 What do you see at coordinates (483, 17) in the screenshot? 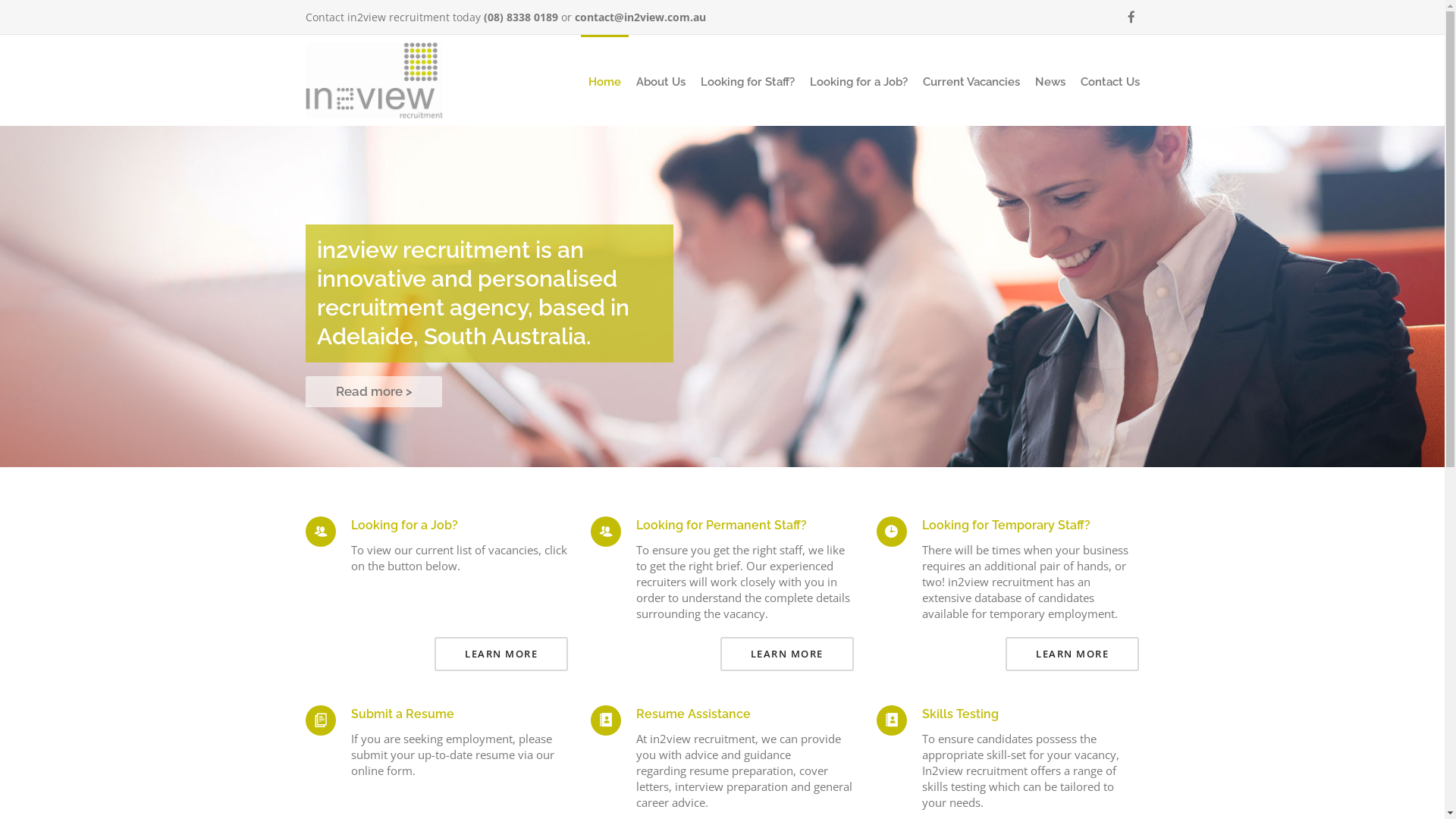
I see `'(08) 8338 0189'` at bounding box center [483, 17].